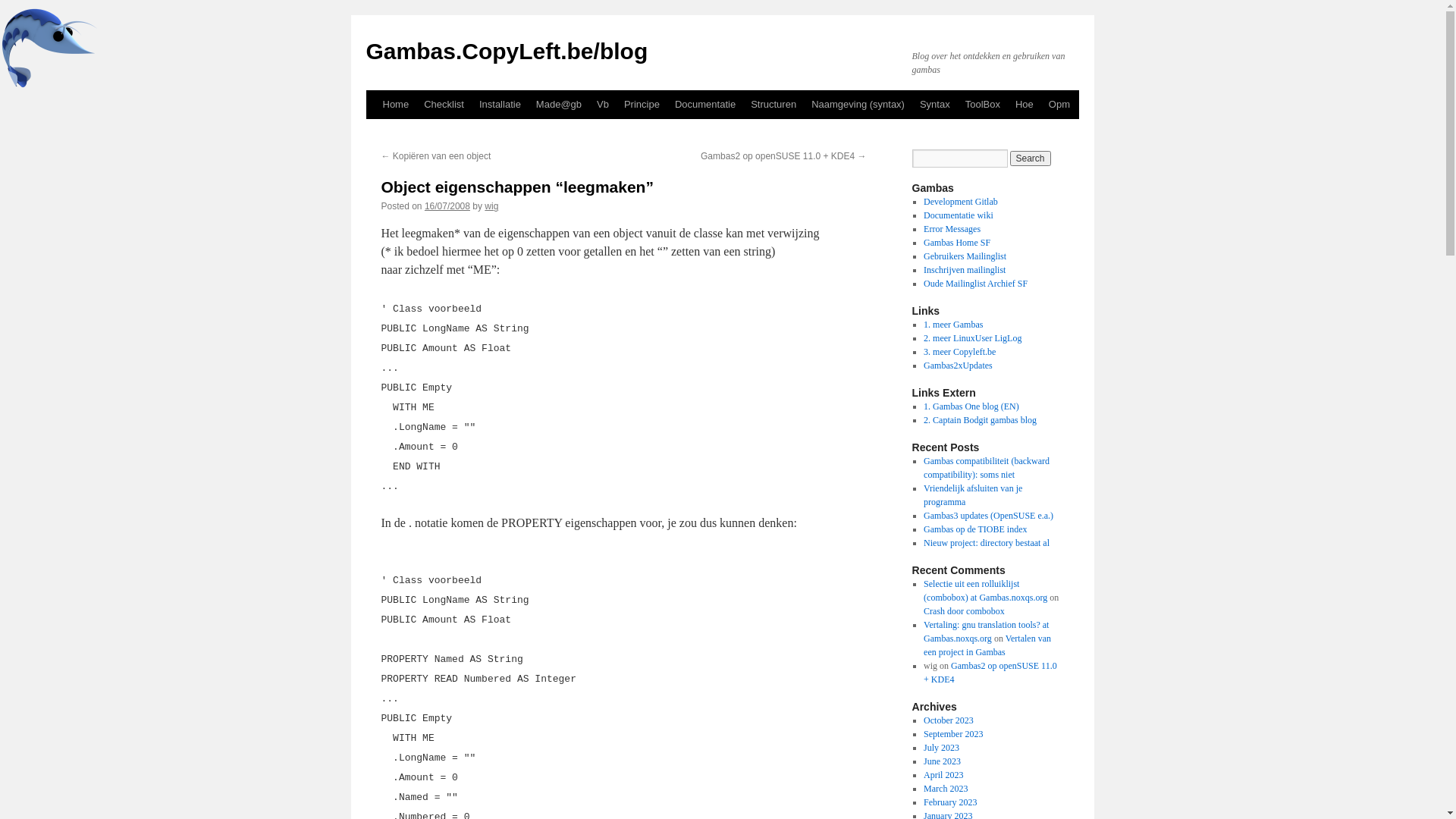 This screenshot has width=1456, height=819. What do you see at coordinates (923, 324) in the screenshot?
I see `'1. meer Gambas'` at bounding box center [923, 324].